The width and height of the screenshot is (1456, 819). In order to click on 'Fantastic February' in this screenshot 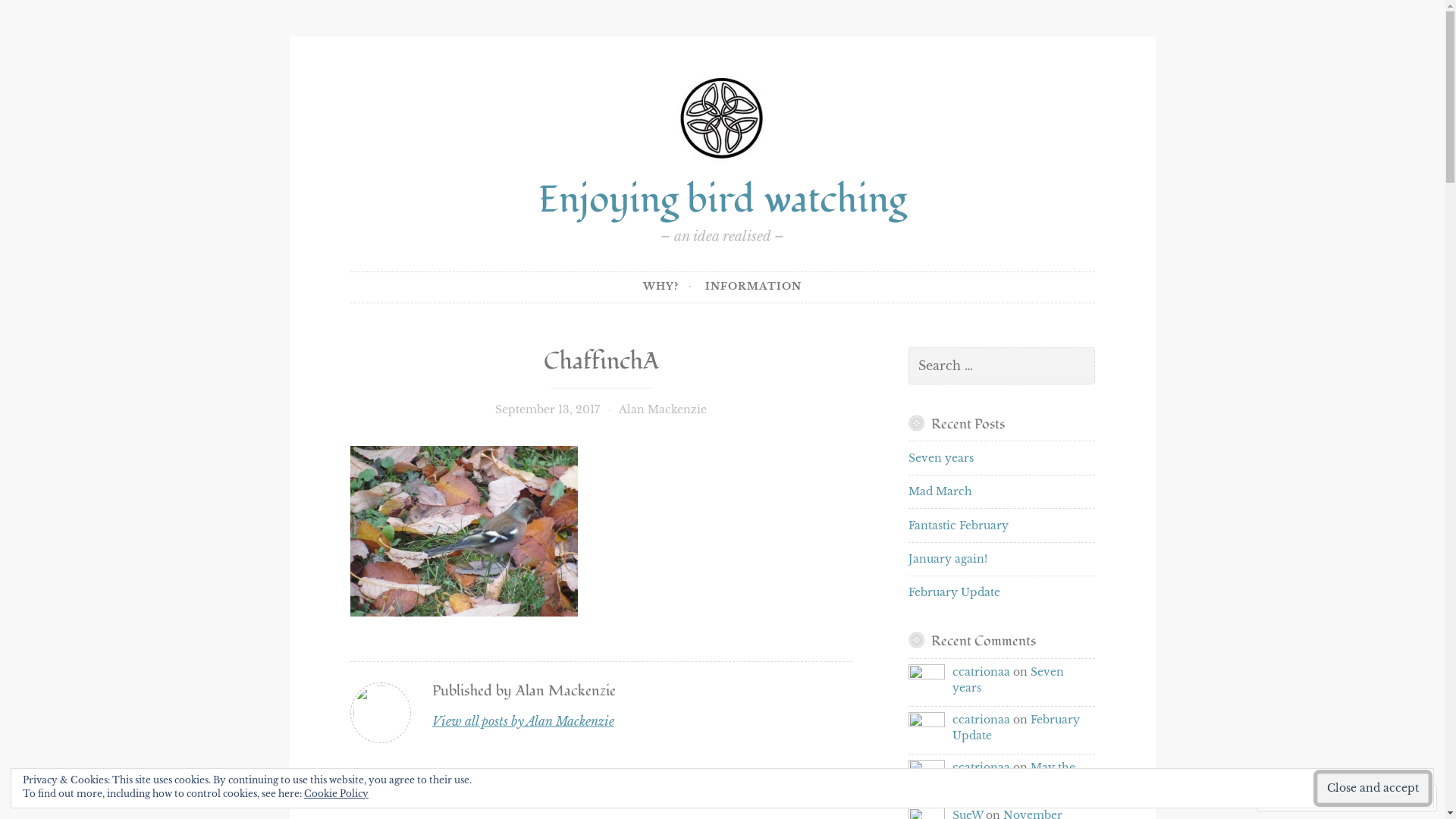, I will do `click(908, 525)`.